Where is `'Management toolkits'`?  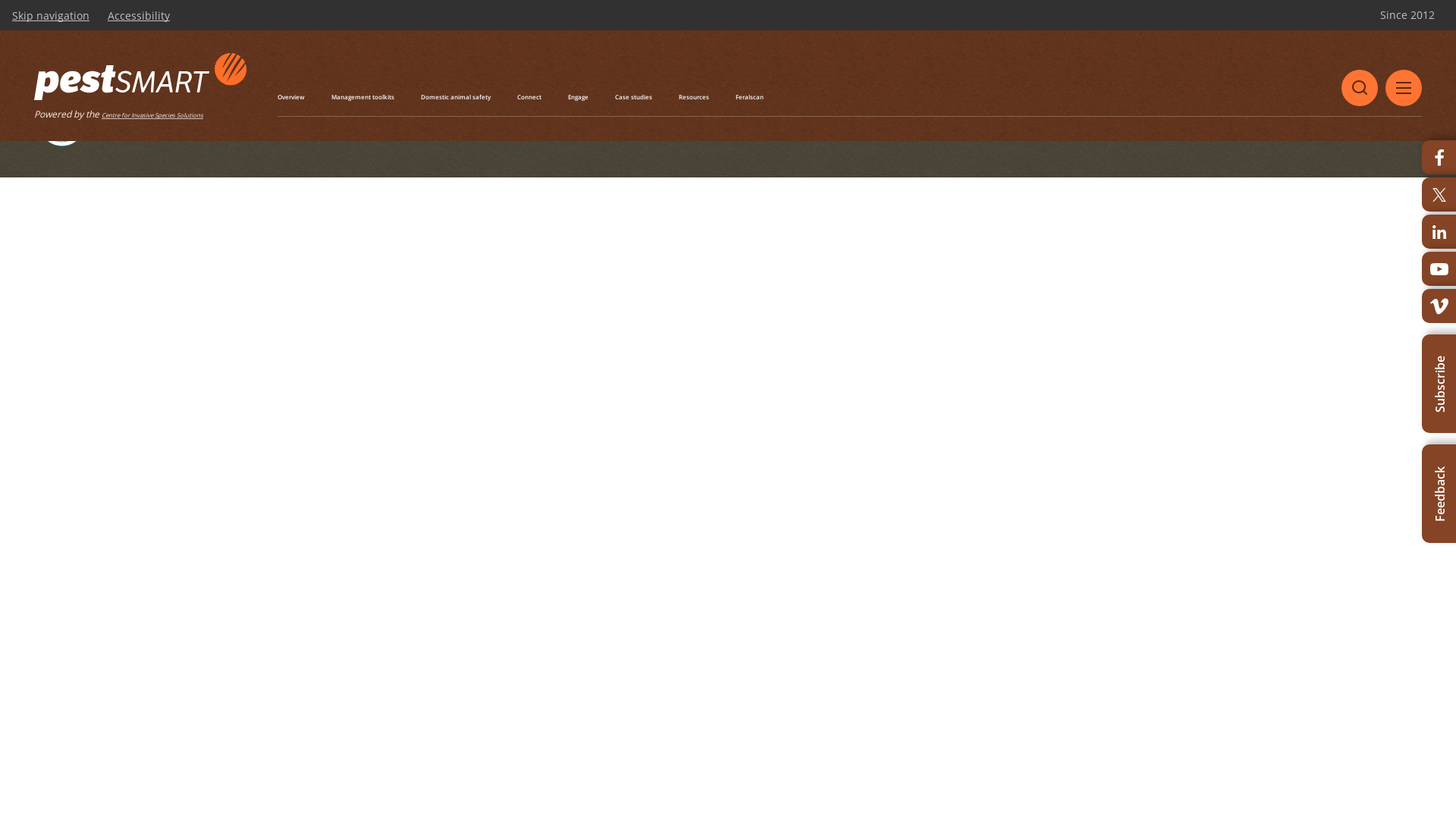
'Management toolkits' is located at coordinates (330, 96).